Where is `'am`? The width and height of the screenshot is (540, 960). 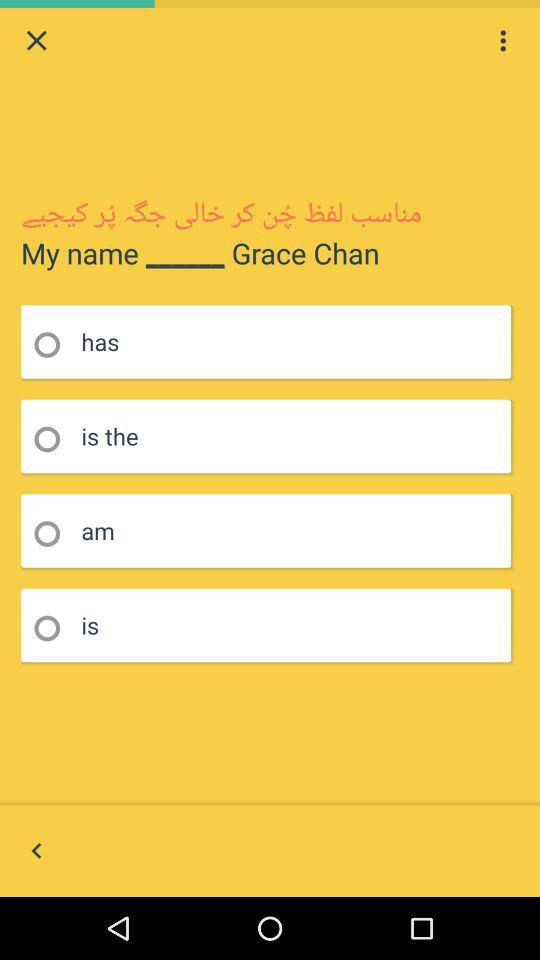
'am is located at coordinates (53, 533).